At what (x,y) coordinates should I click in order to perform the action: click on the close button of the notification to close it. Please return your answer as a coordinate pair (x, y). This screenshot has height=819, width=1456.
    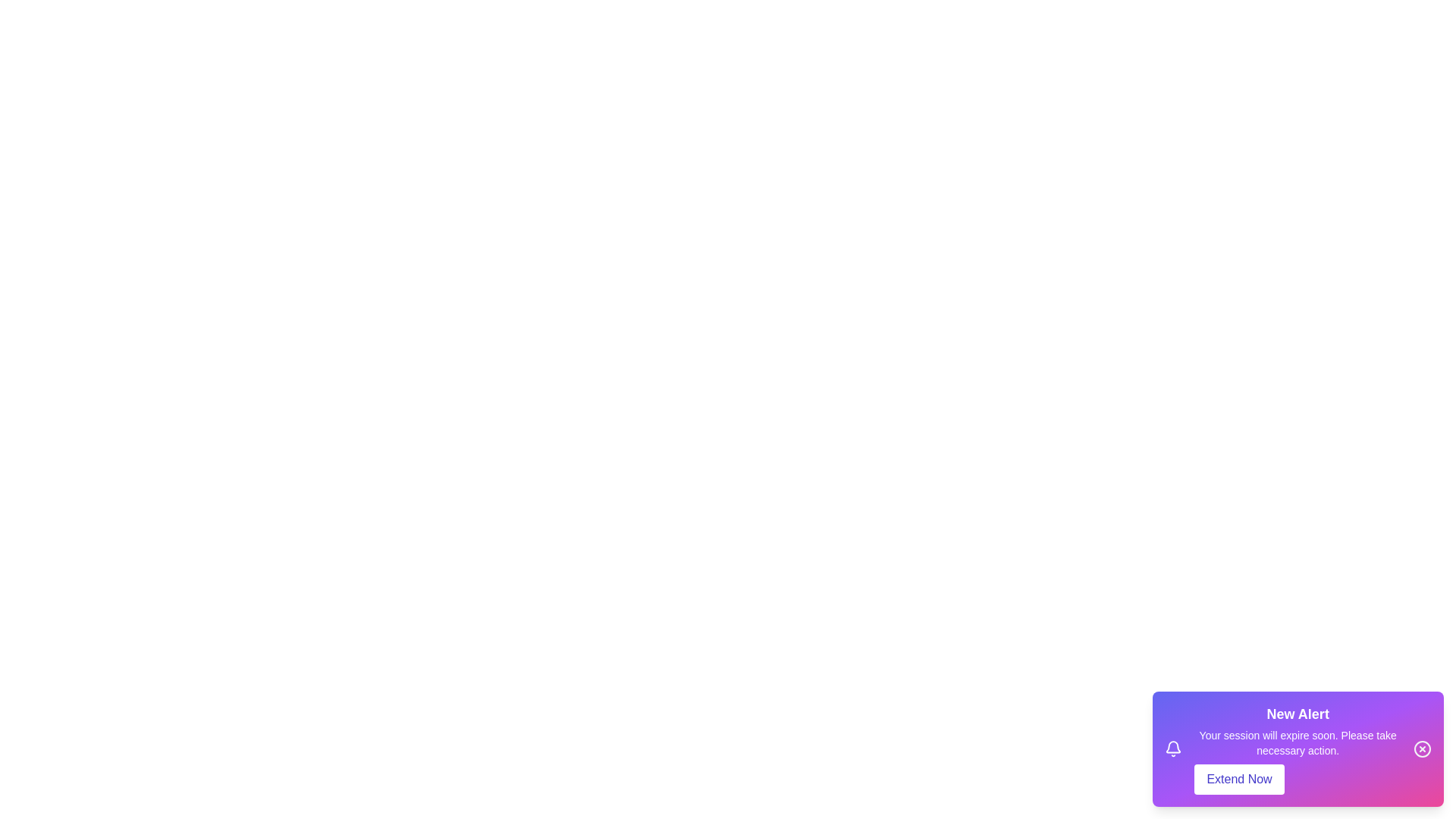
    Looking at the image, I should click on (1422, 748).